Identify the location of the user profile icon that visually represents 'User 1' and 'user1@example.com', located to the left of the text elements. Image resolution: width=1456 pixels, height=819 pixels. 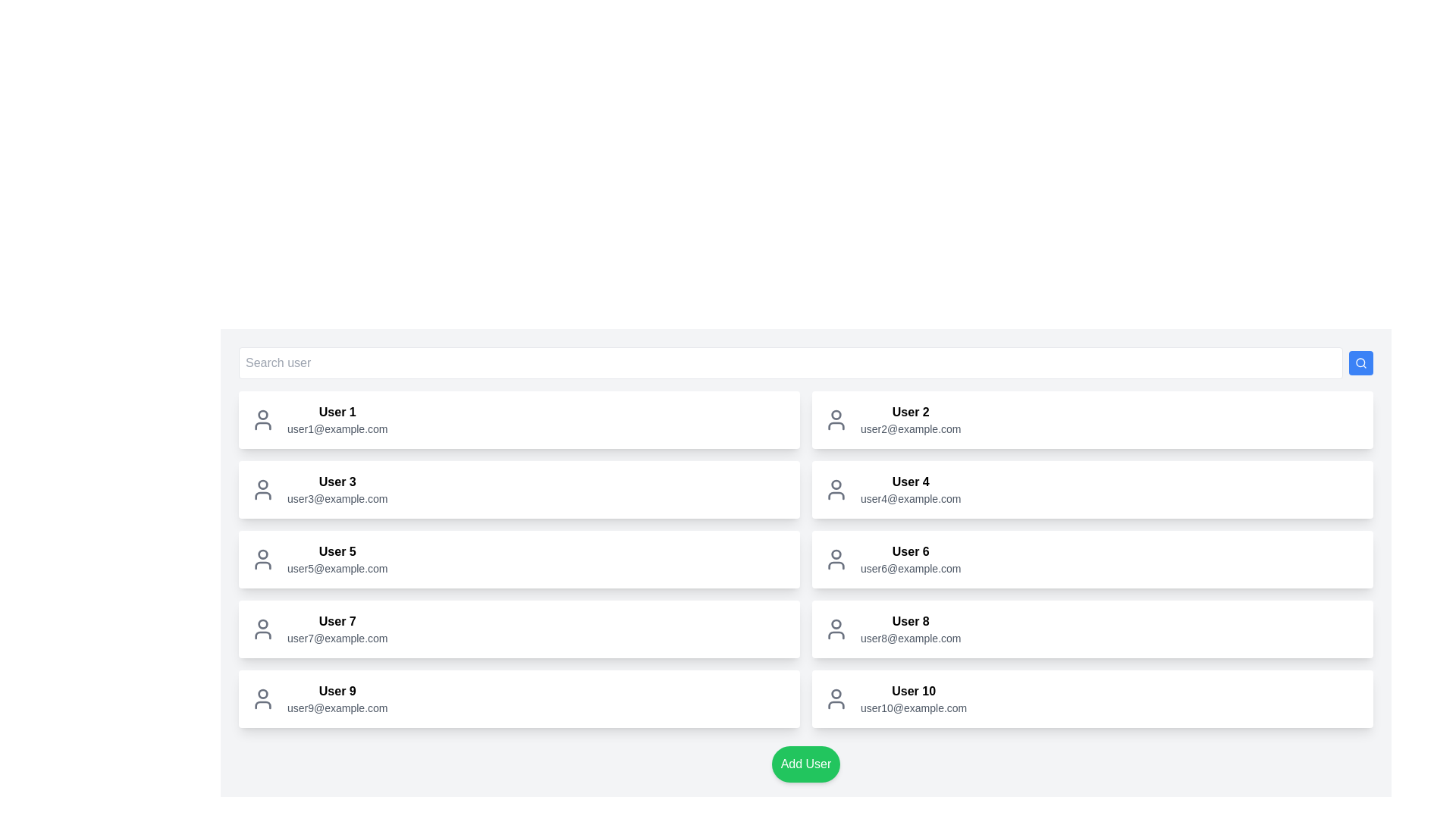
(262, 420).